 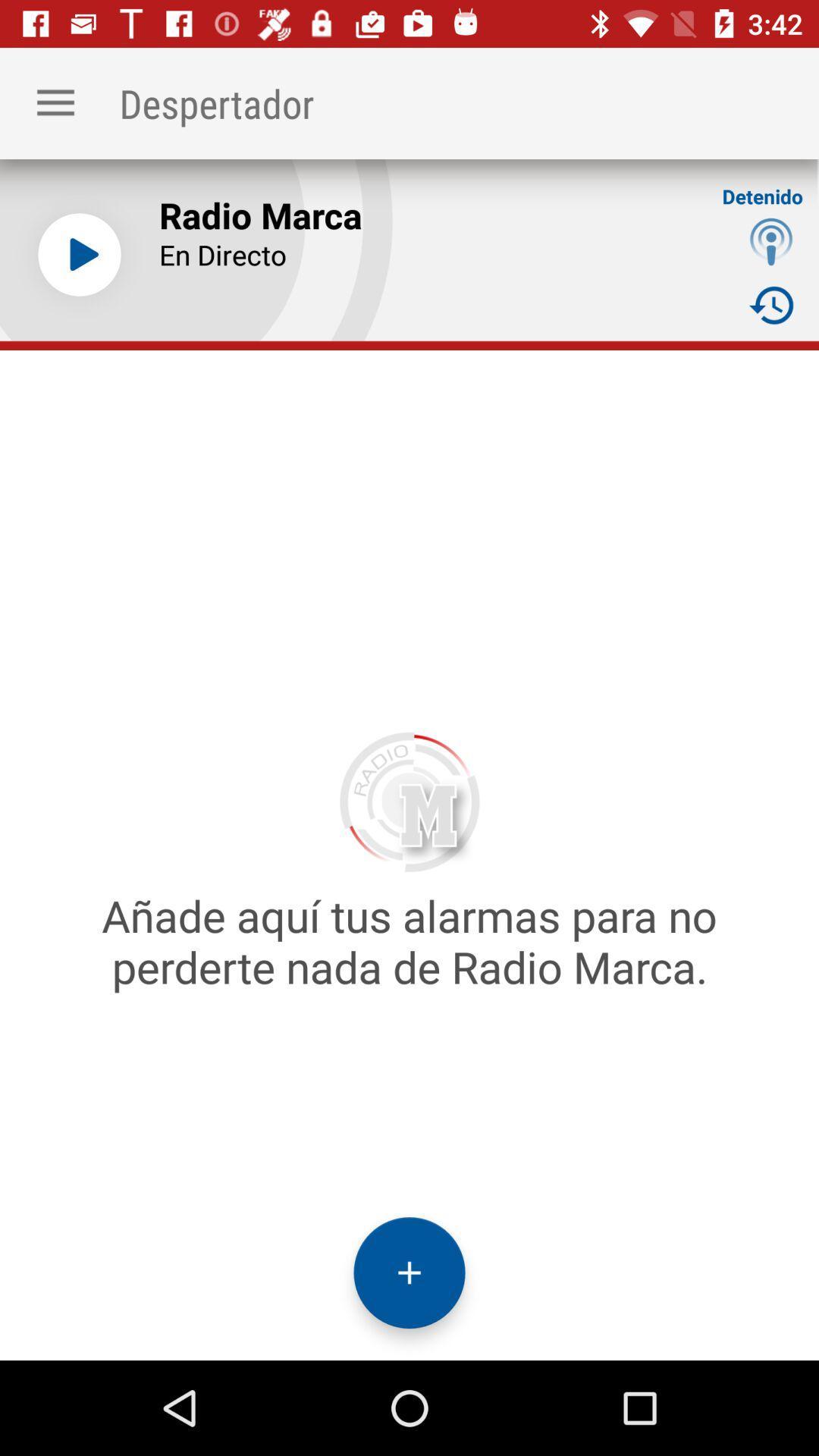 What do you see at coordinates (409, 1272) in the screenshot?
I see `the add icon` at bounding box center [409, 1272].